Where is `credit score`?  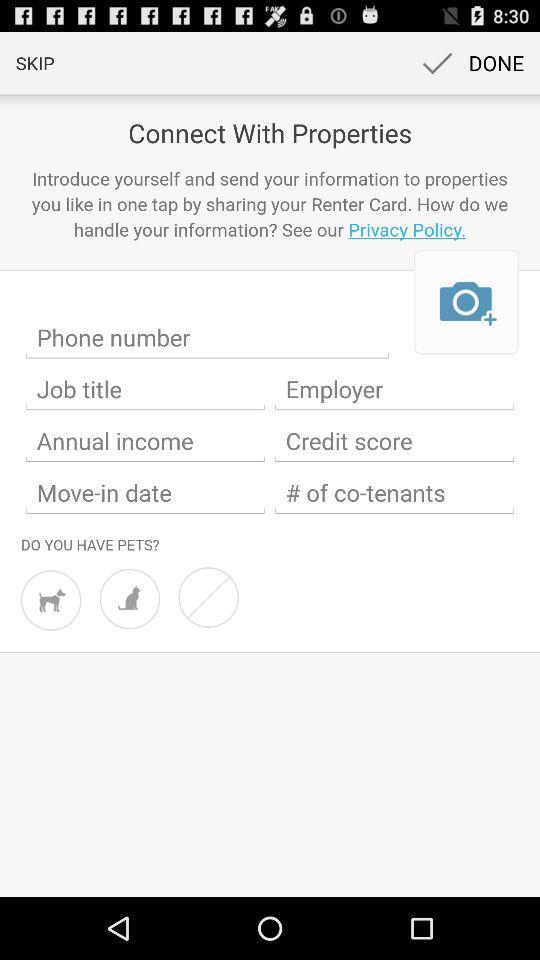
credit score is located at coordinates (394, 441).